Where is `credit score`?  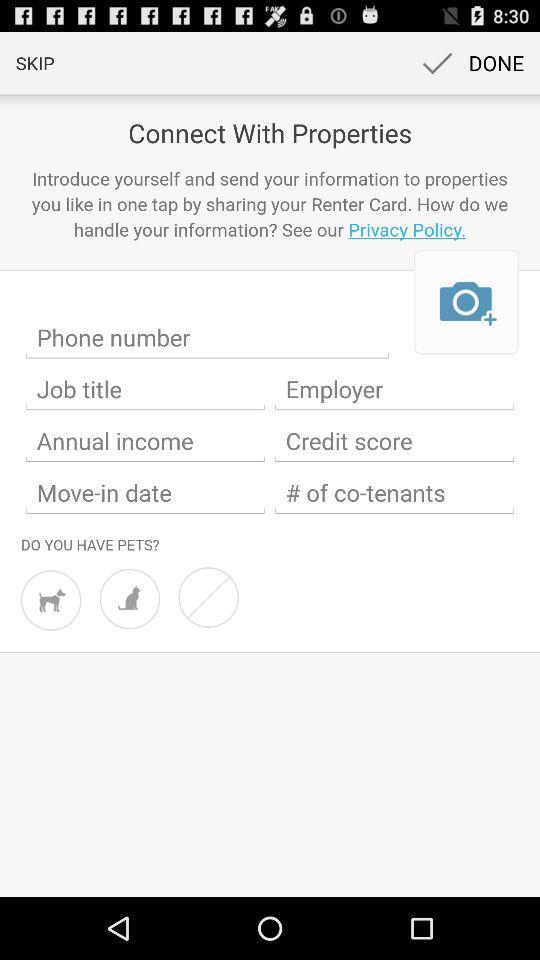
credit score is located at coordinates (394, 441).